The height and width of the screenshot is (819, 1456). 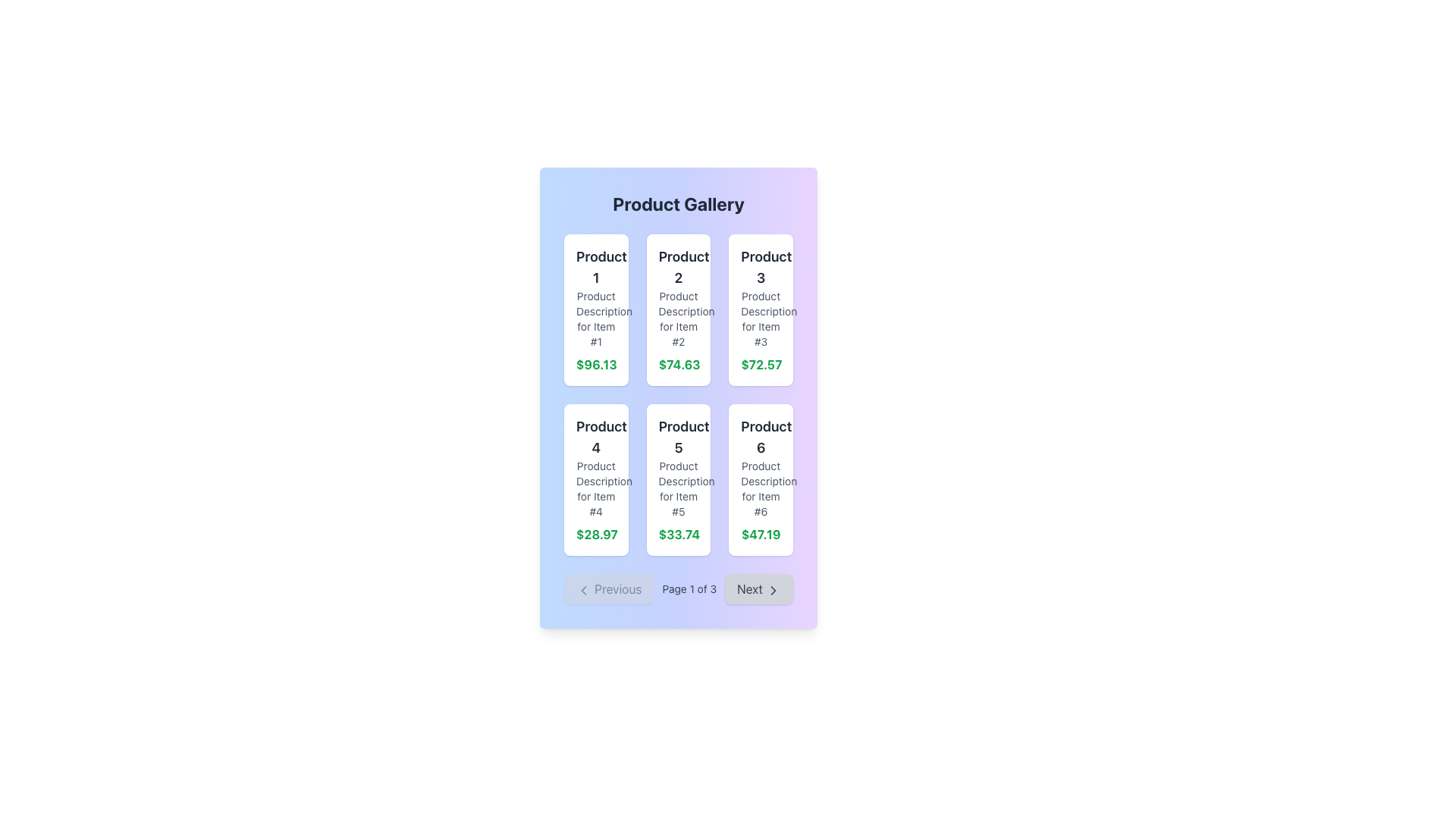 What do you see at coordinates (761, 309) in the screenshot?
I see `the Product Card displaying 'Product 3' with a white background and rounded corners, located in the top right corner of the Product Gallery grid` at bounding box center [761, 309].